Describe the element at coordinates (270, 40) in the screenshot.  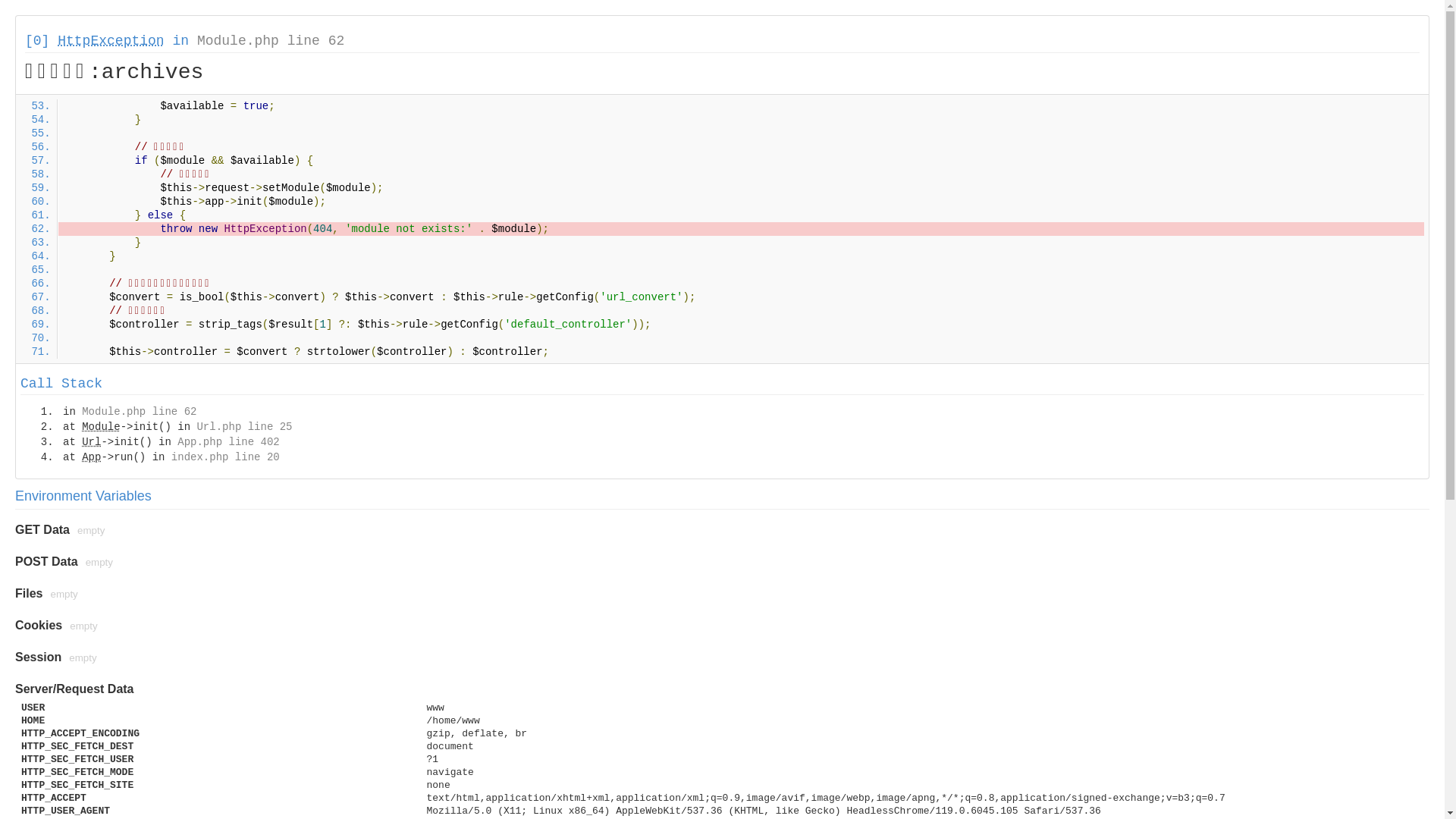
I see `'Module.php line 62'` at that location.